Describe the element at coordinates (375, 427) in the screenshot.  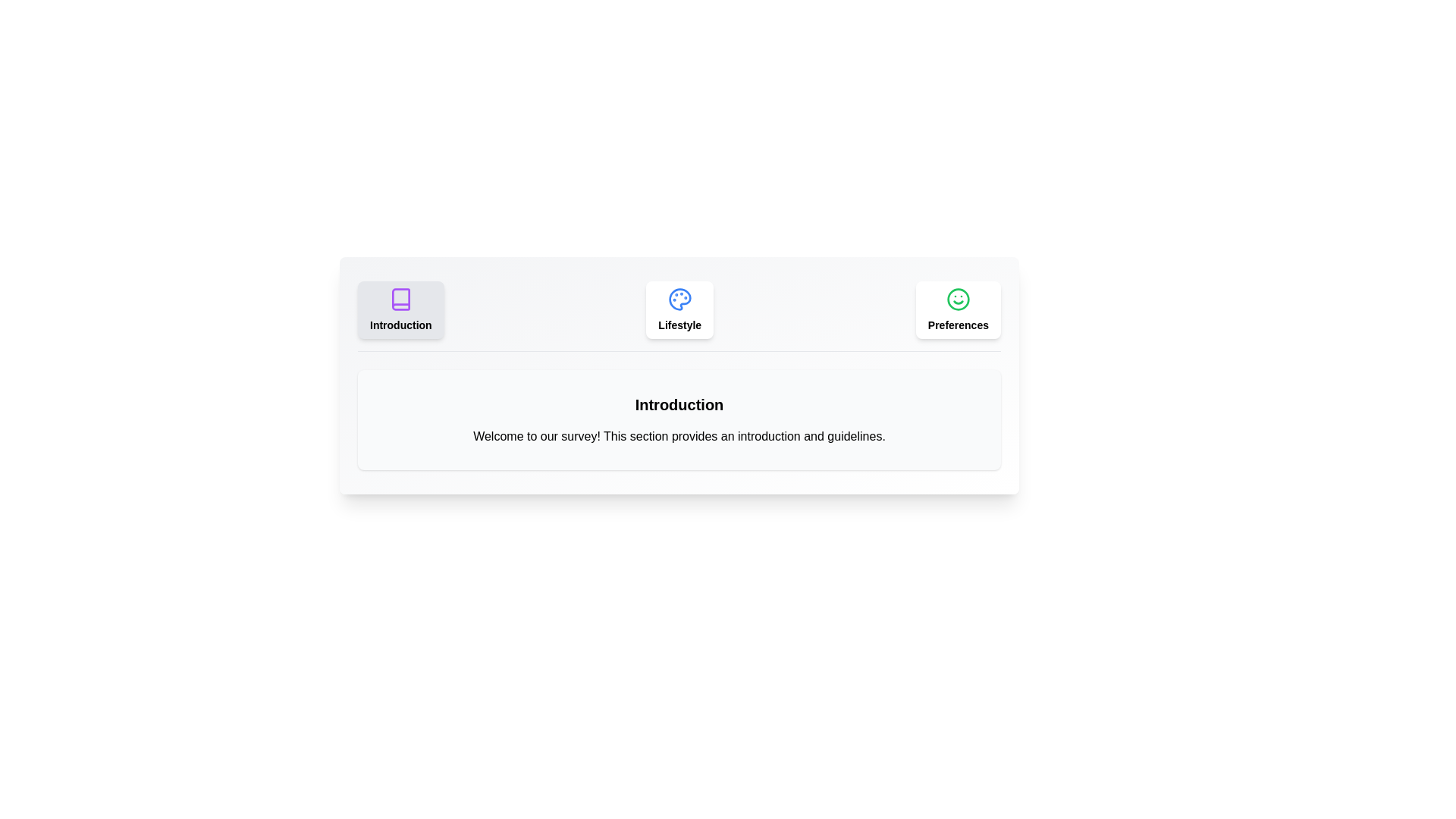
I see `the text content in the active section for copying` at that location.